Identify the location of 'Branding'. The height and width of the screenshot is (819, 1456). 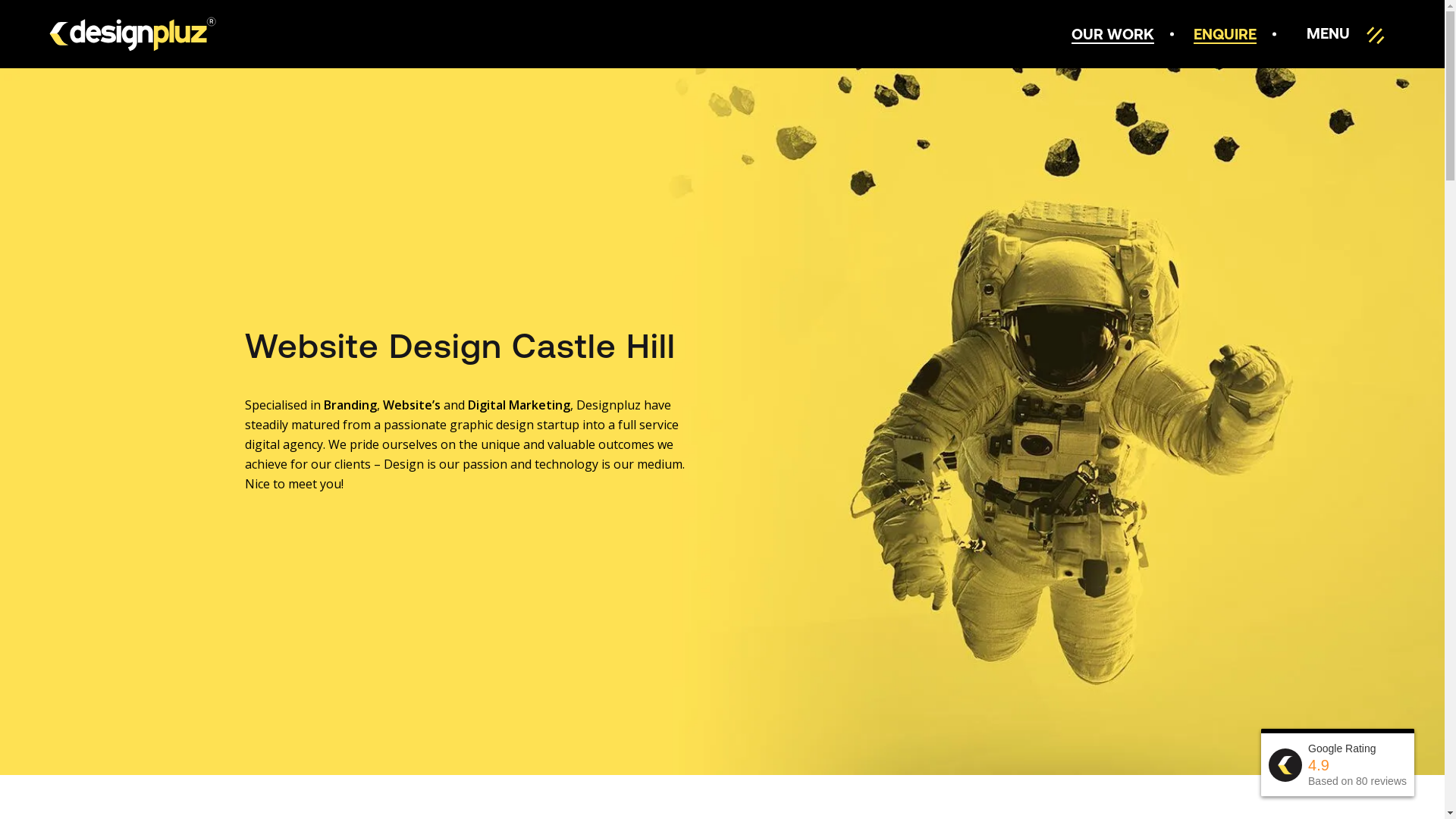
(348, 403).